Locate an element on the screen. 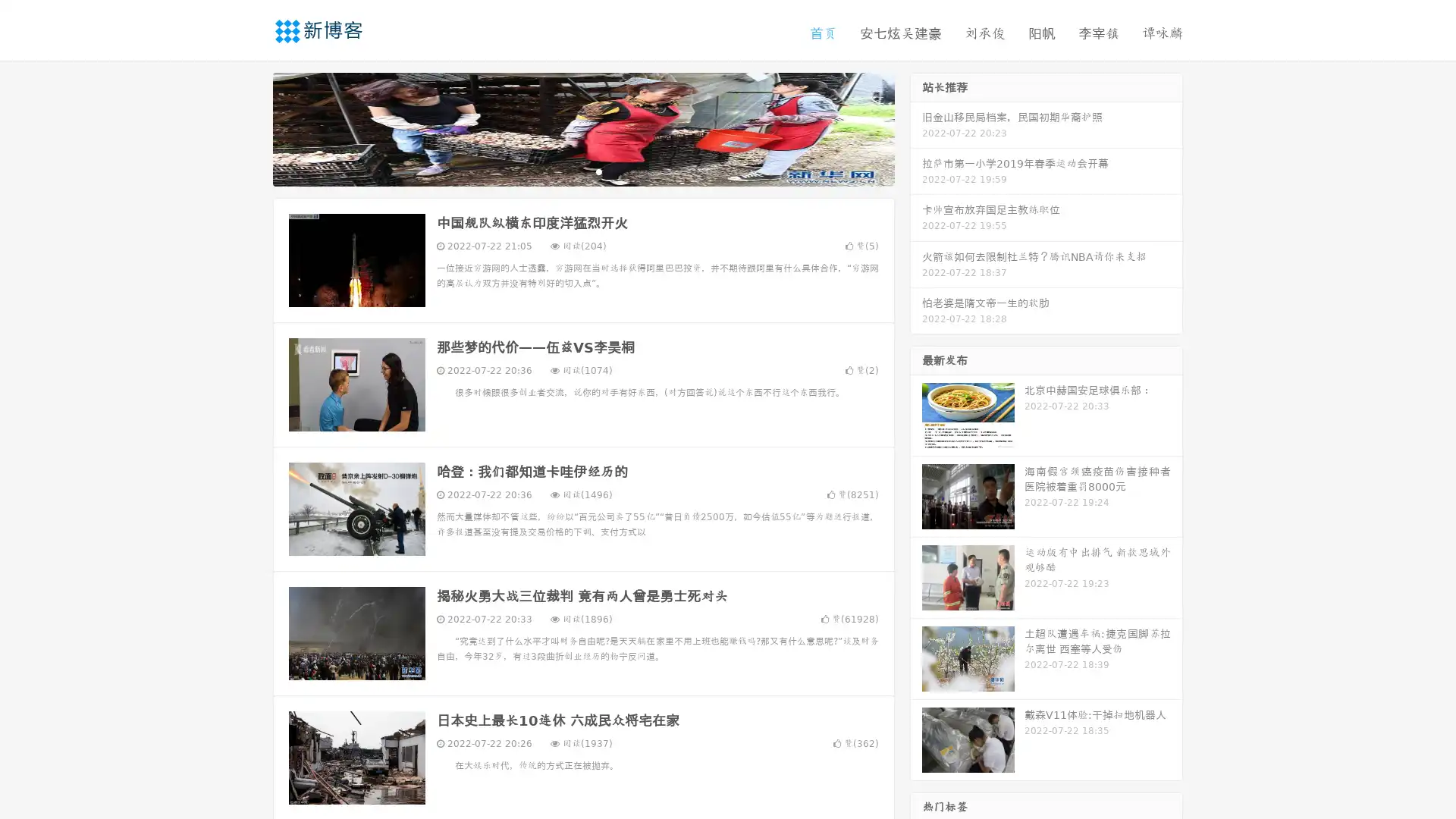 This screenshot has width=1456, height=819. Previous slide is located at coordinates (250, 127).